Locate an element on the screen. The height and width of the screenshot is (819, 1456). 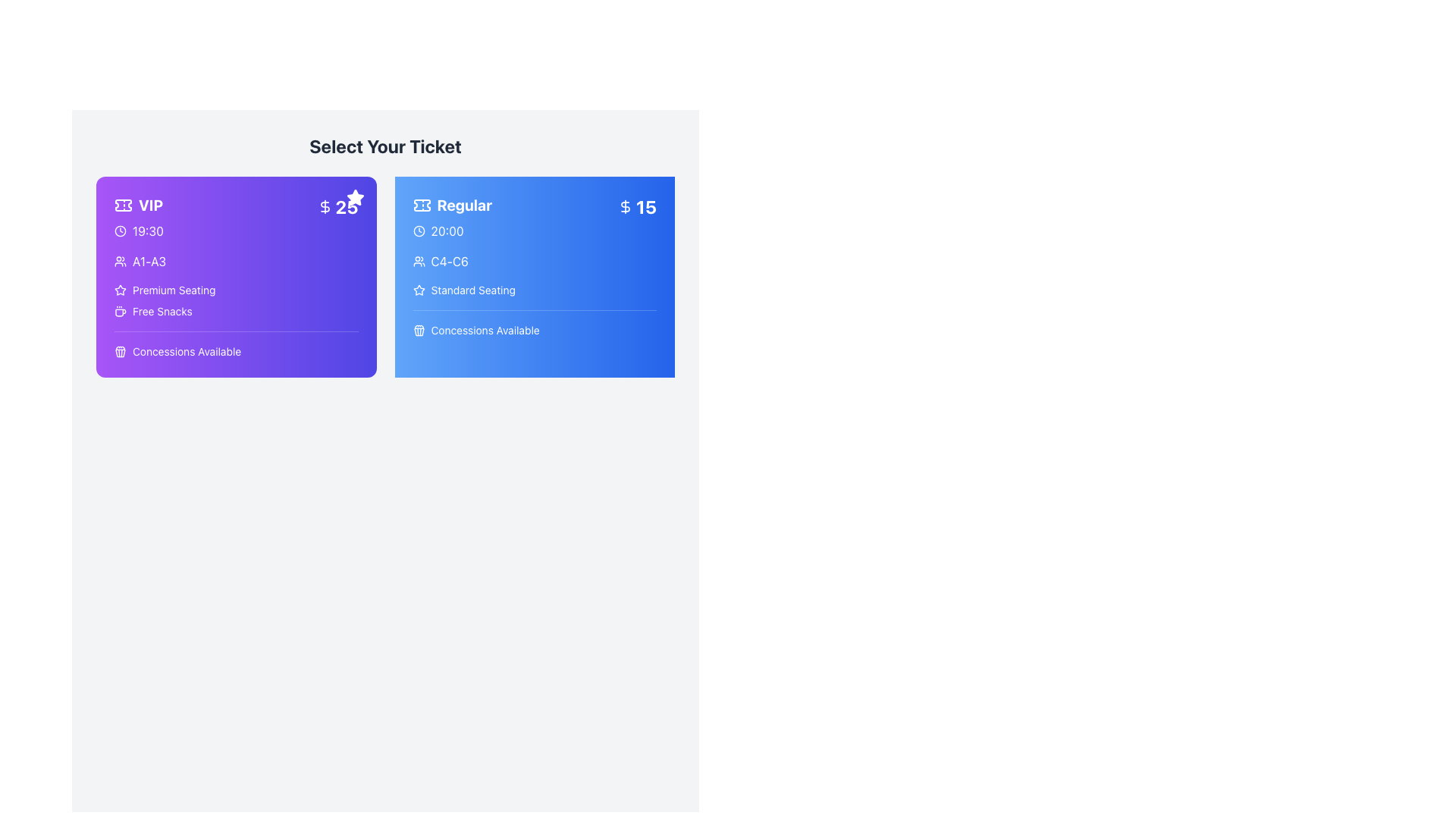
the 'Regular' label with an icon located in the upper-left portion of the right card, positioned below the title text and above the time information '20:00' is located at coordinates (451, 205).